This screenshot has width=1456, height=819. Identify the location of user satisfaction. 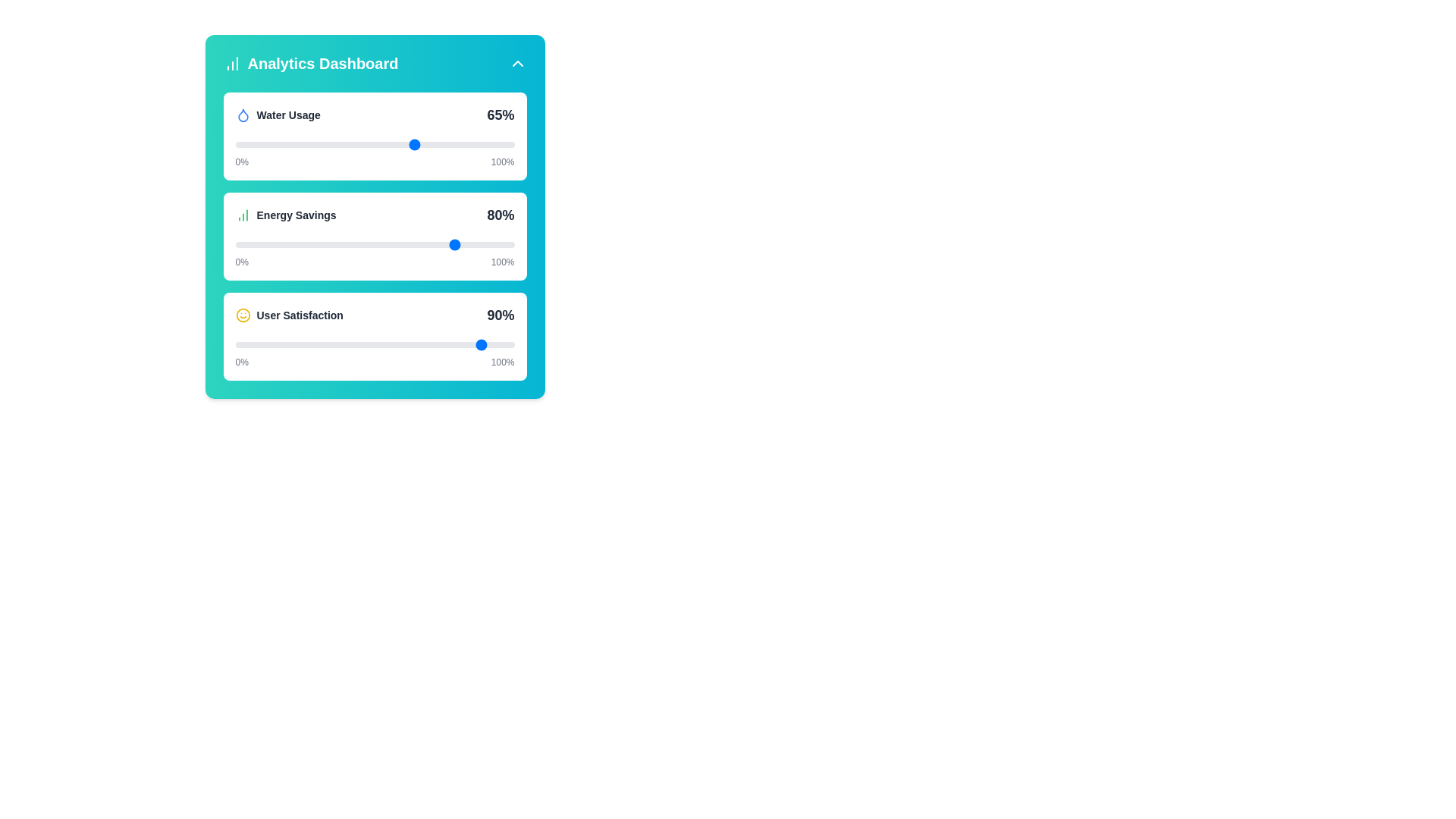
(271, 345).